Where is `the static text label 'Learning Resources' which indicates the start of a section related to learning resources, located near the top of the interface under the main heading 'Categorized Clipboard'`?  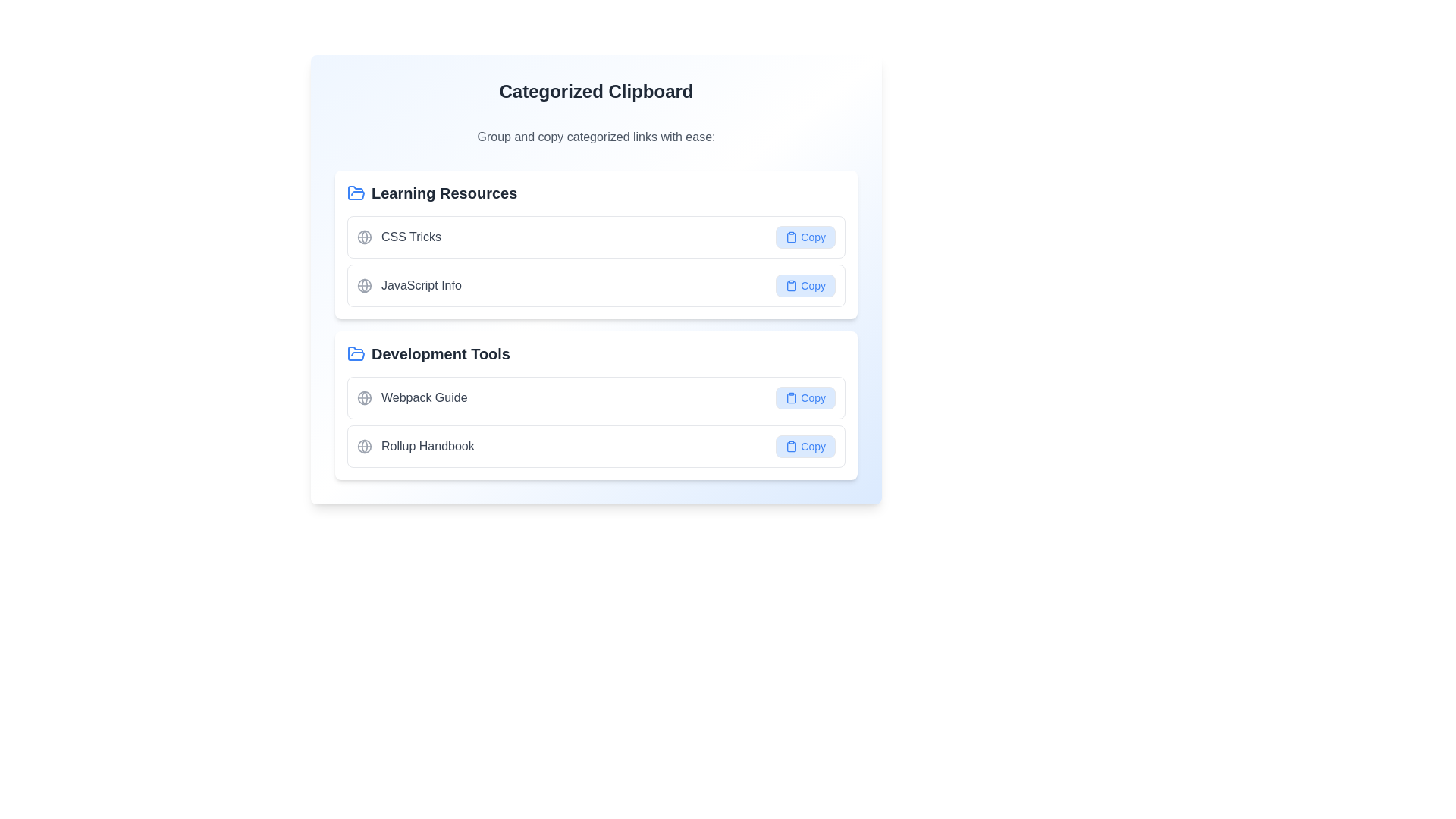
the static text label 'Learning Resources' which indicates the start of a section related to learning resources, located near the top of the interface under the main heading 'Categorized Clipboard' is located at coordinates (444, 192).